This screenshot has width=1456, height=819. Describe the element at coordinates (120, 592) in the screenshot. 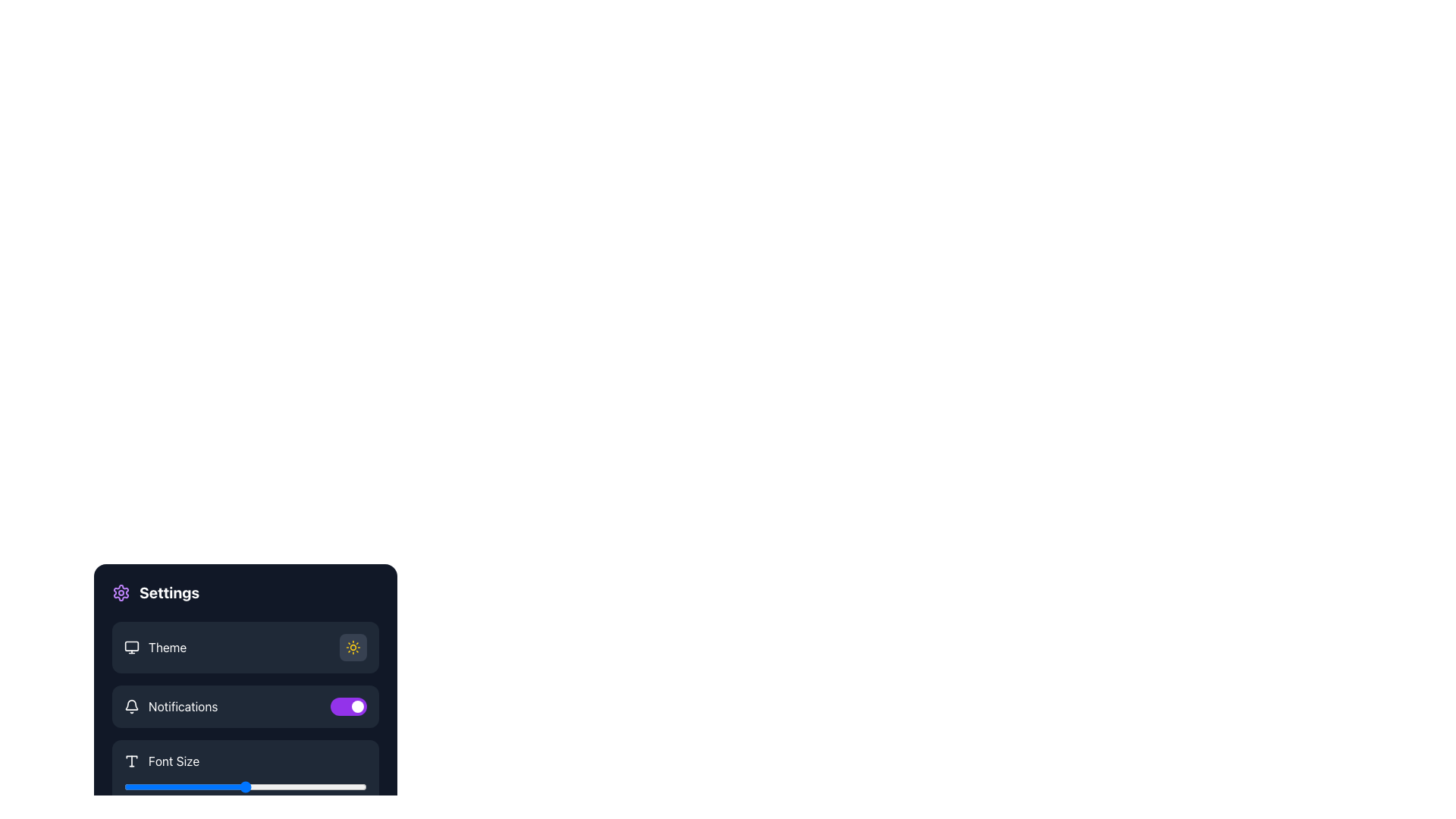

I see `the settings icon located at the top left of the sidebar menu, adjacent to the label 'Settings'` at that location.